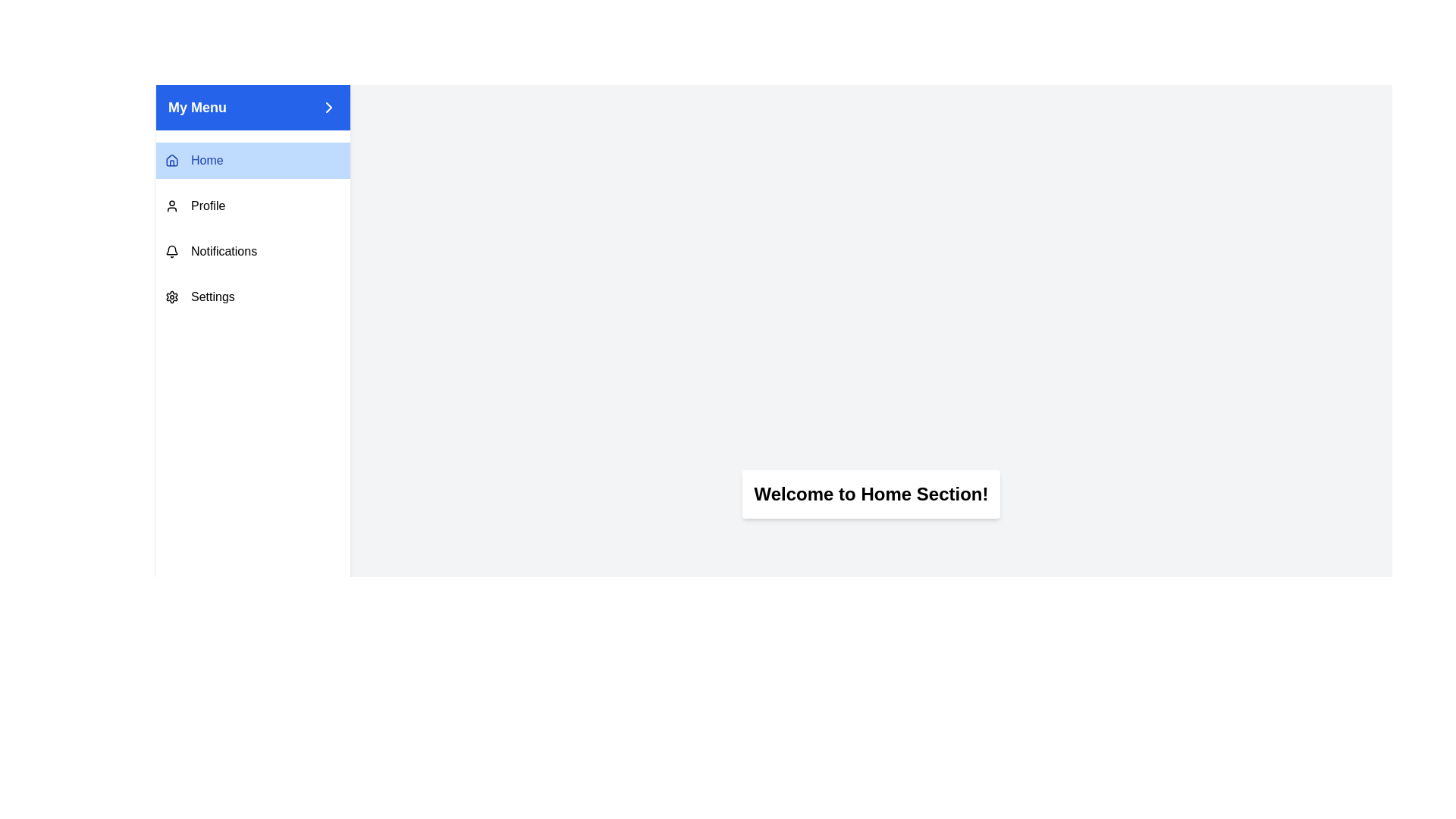  I want to click on the gear-like icon next to the 'Settings' menu item, so click(171, 297).